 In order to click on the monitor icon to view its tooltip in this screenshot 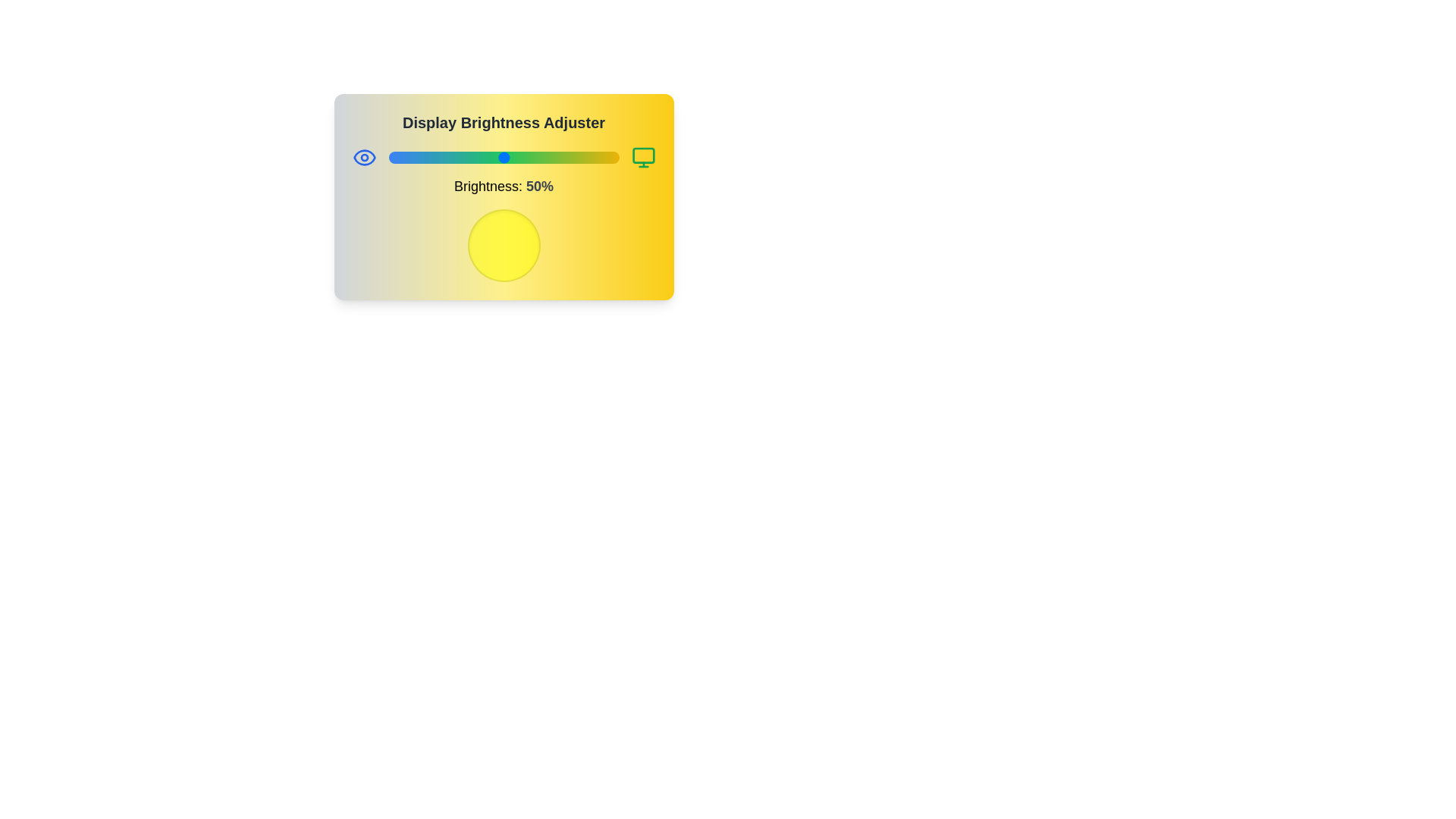, I will do `click(643, 158)`.